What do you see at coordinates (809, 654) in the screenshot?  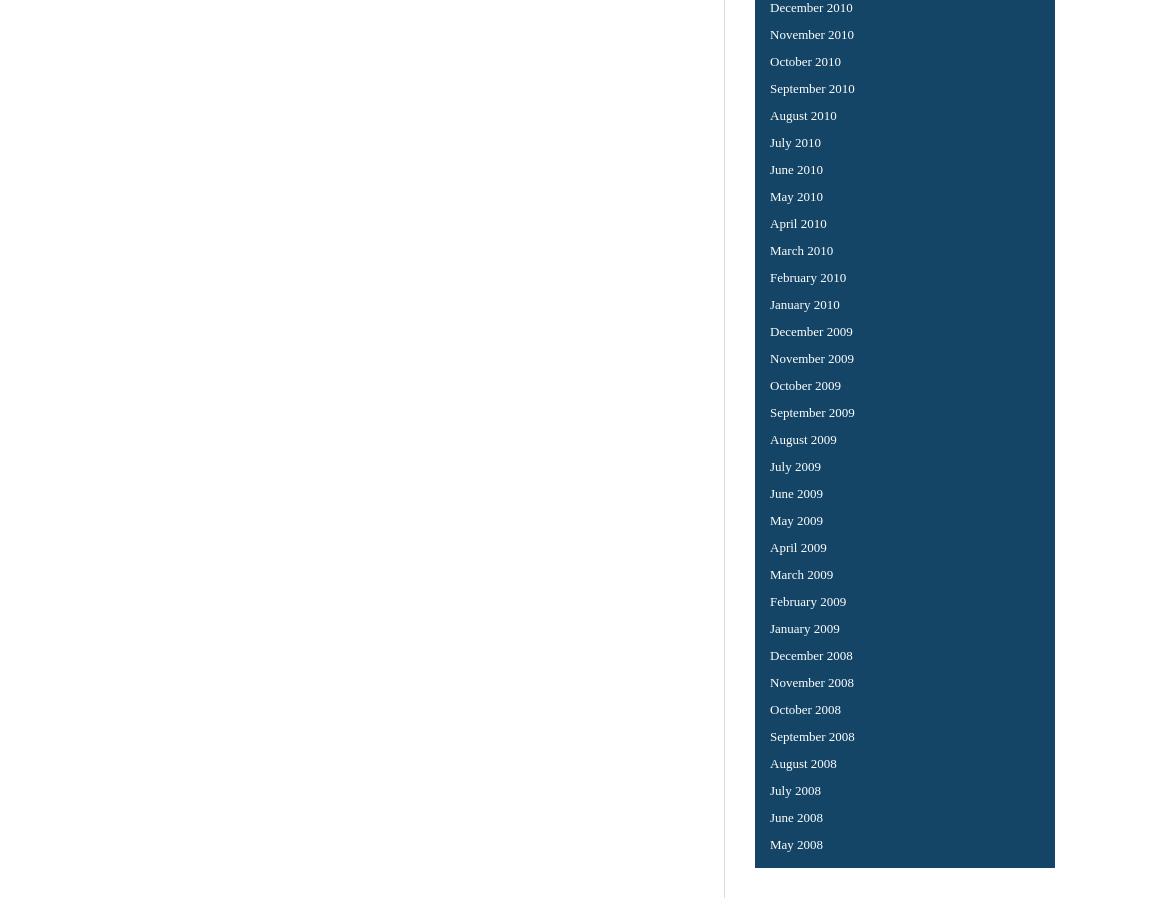 I see `'December 2008'` at bounding box center [809, 654].